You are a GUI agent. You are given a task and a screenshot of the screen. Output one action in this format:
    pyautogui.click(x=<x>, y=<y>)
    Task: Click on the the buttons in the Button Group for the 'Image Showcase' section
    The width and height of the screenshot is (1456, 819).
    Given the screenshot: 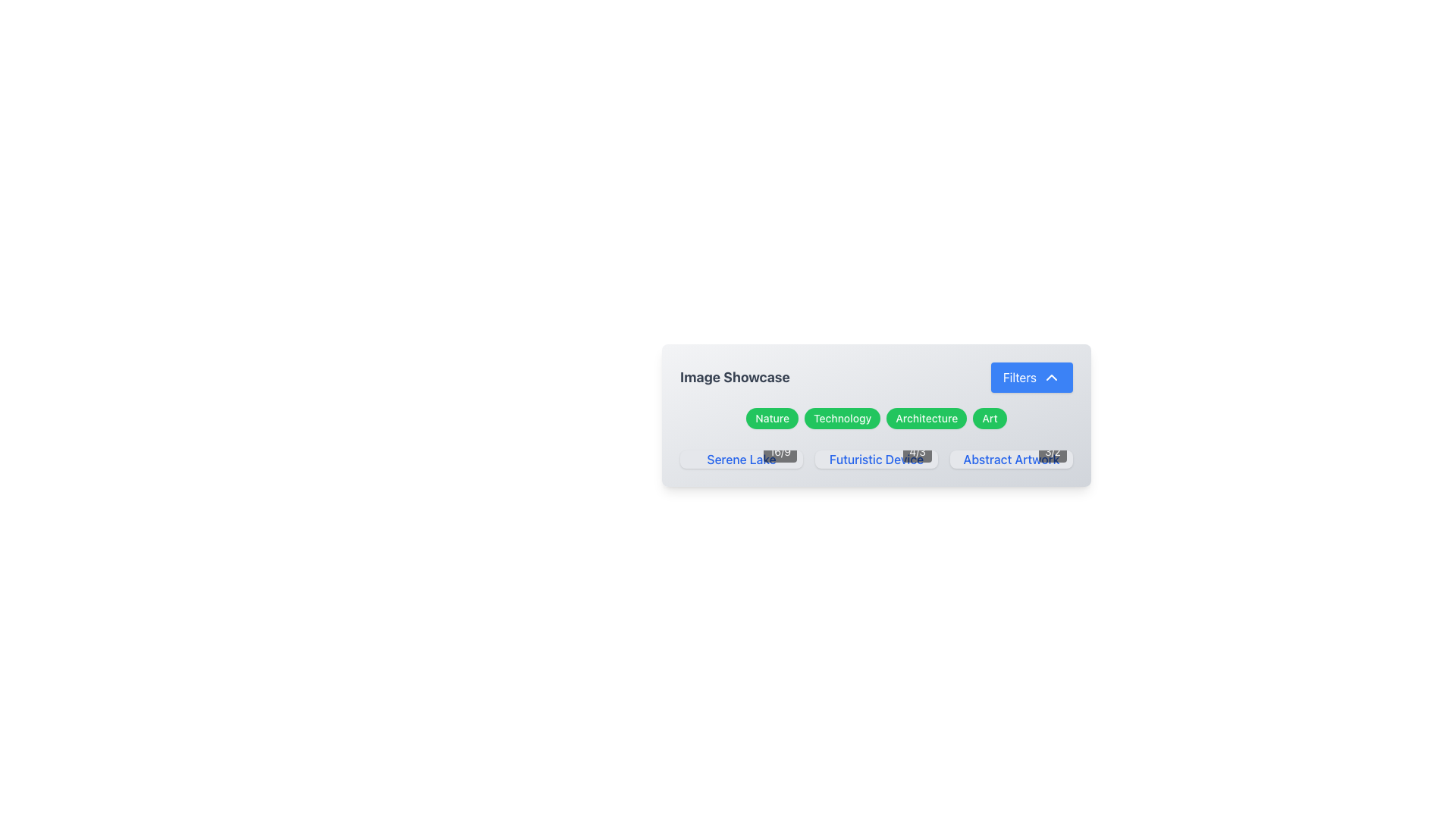 What is the action you would take?
    pyautogui.click(x=877, y=418)
    